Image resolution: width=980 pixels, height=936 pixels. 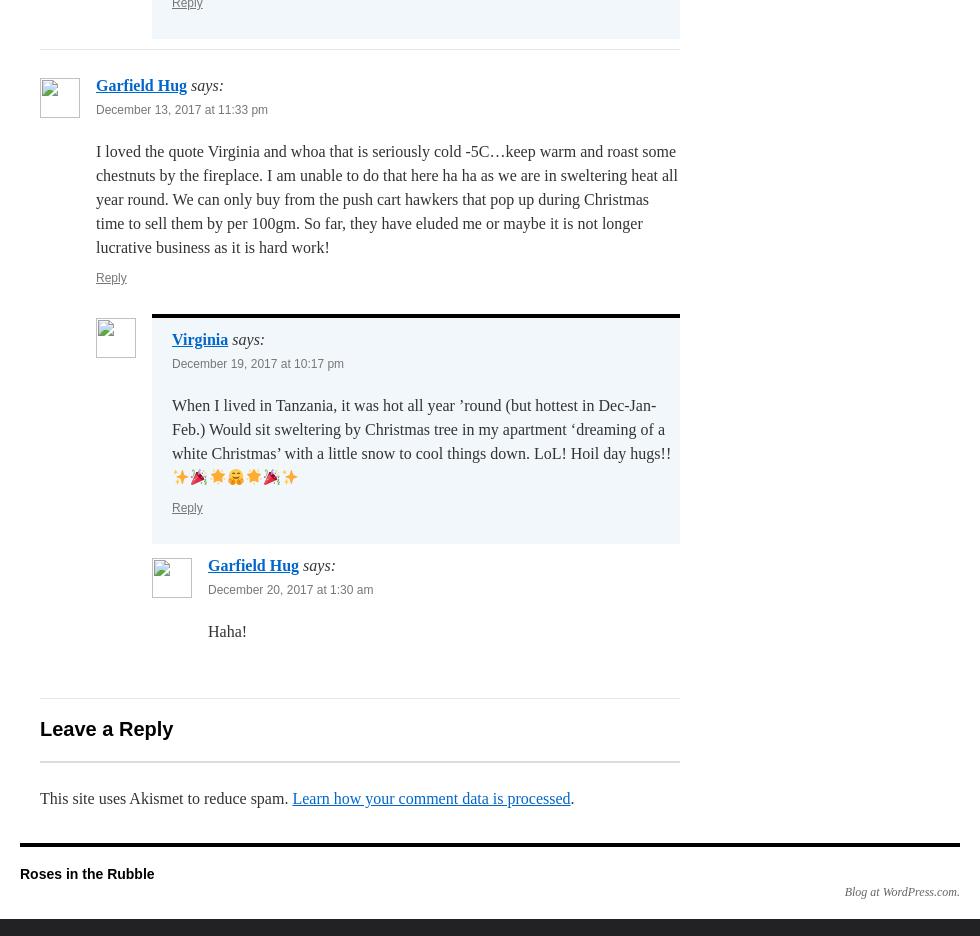 What do you see at coordinates (431, 797) in the screenshot?
I see `'Learn how your comment data is processed'` at bounding box center [431, 797].